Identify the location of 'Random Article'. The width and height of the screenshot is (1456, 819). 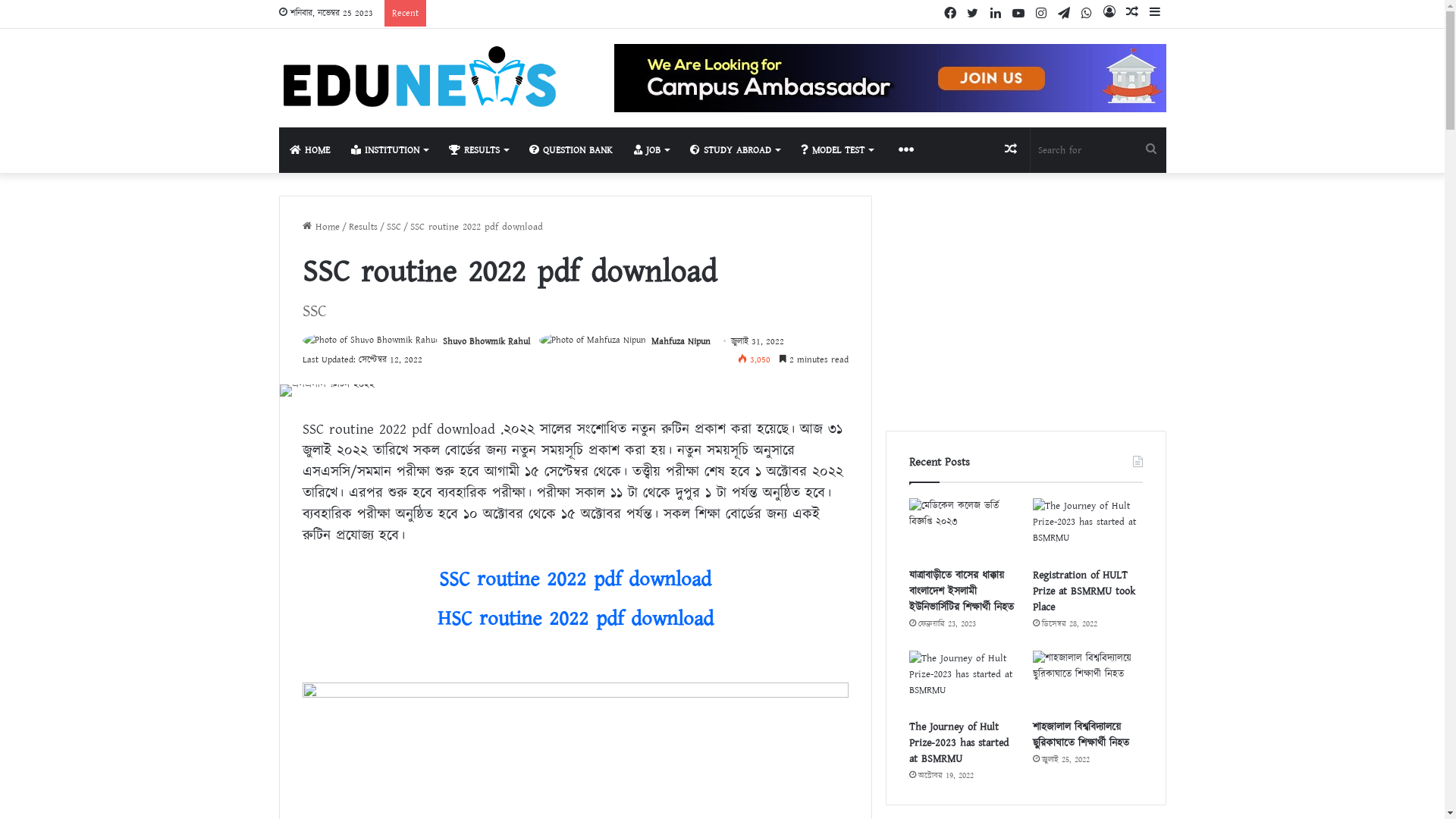
(999, 149).